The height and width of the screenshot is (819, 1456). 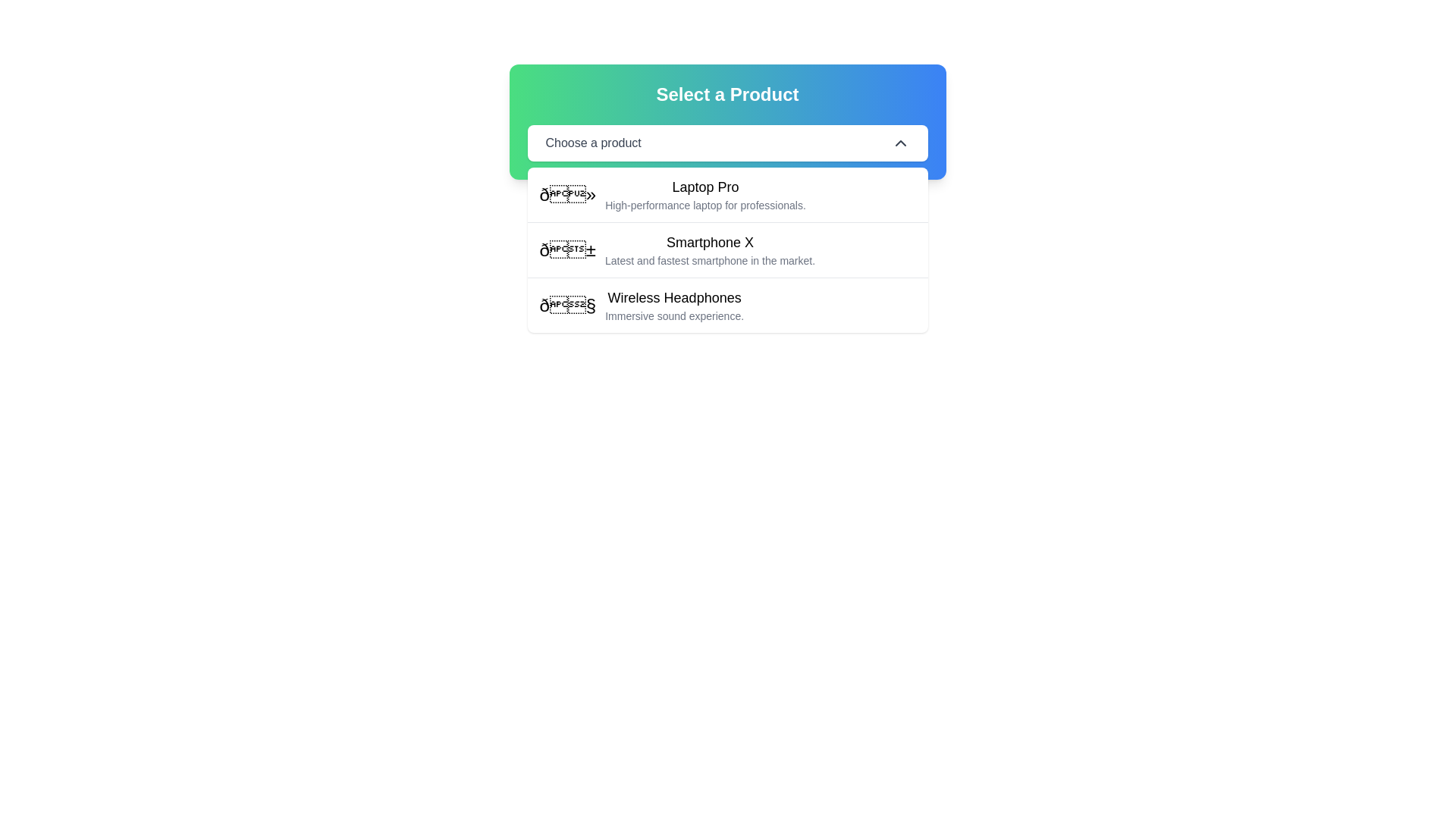 I want to click on the third selectable item in the product selection dropdown menu, so click(x=726, y=305).